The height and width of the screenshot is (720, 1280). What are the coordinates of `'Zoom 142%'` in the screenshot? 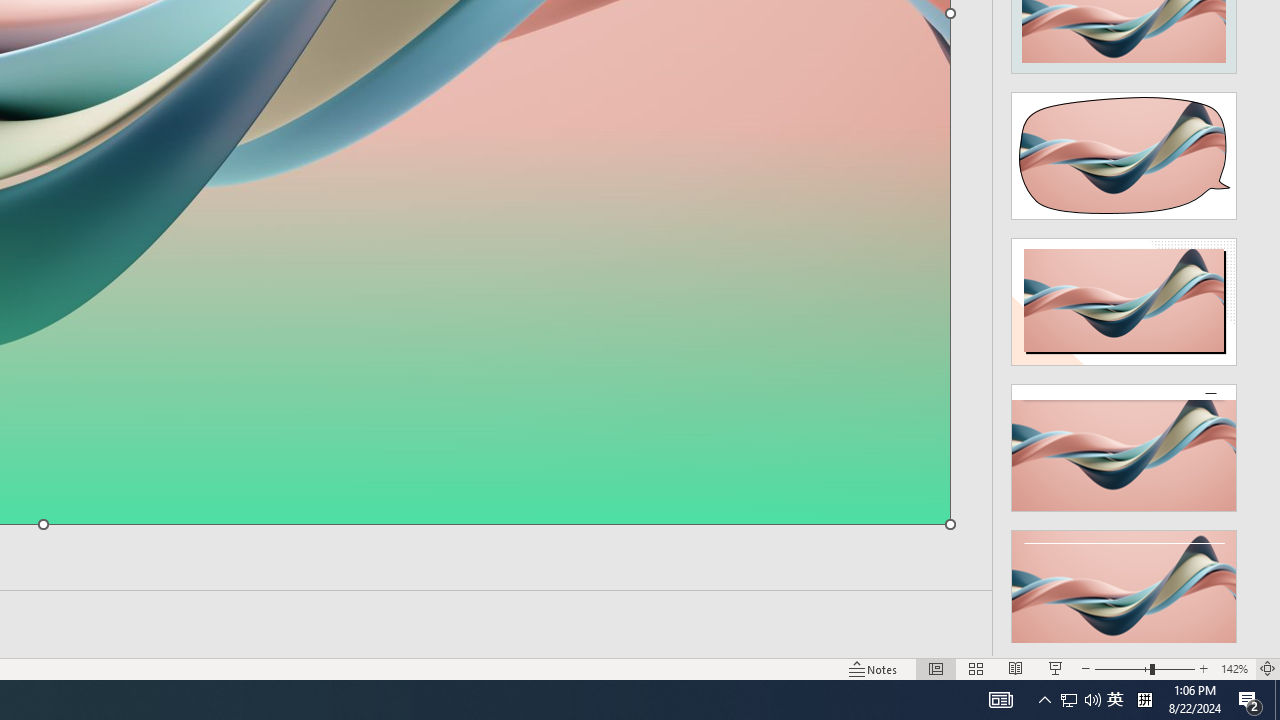 It's located at (1233, 669).